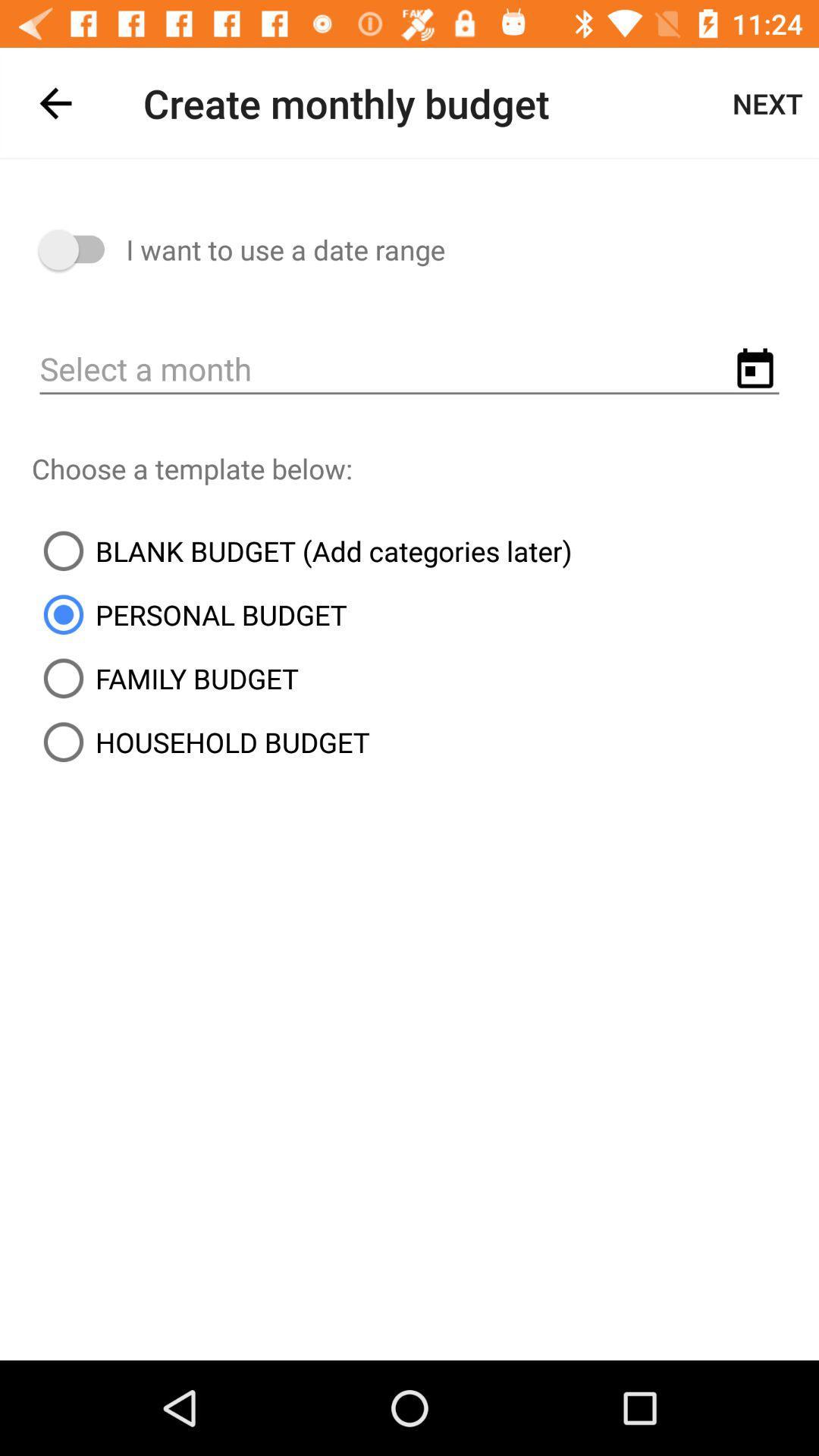 Image resolution: width=819 pixels, height=1456 pixels. What do you see at coordinates (188, 614) in the screenshot?
I see `personal budget icon` at bounding box center [188, 614].